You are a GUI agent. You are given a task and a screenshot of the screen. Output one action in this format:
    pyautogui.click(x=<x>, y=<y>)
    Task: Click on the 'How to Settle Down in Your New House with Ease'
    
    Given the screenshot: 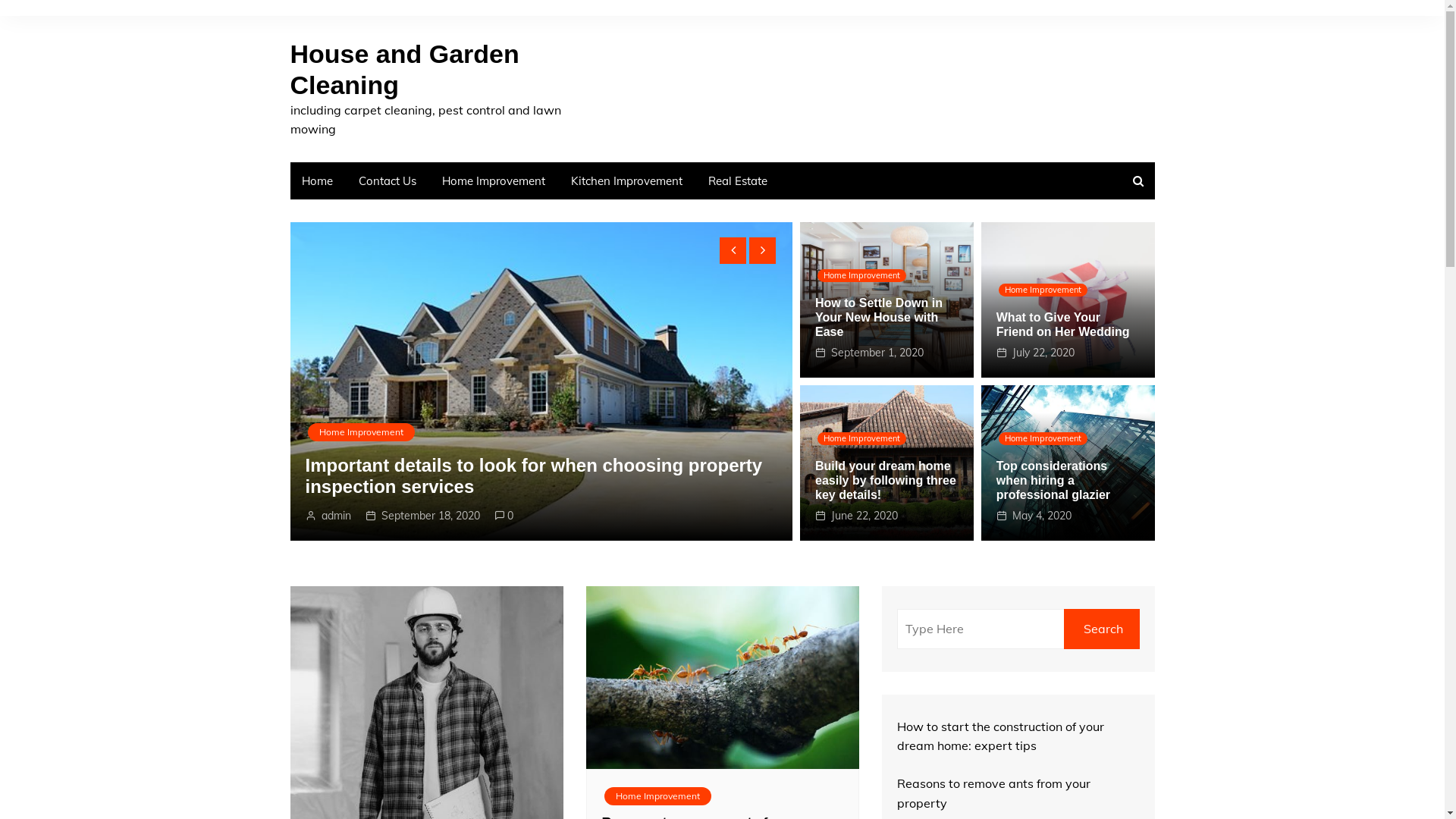 What is the action you would take?
    pyautogui.click(x=878, y=316)
    